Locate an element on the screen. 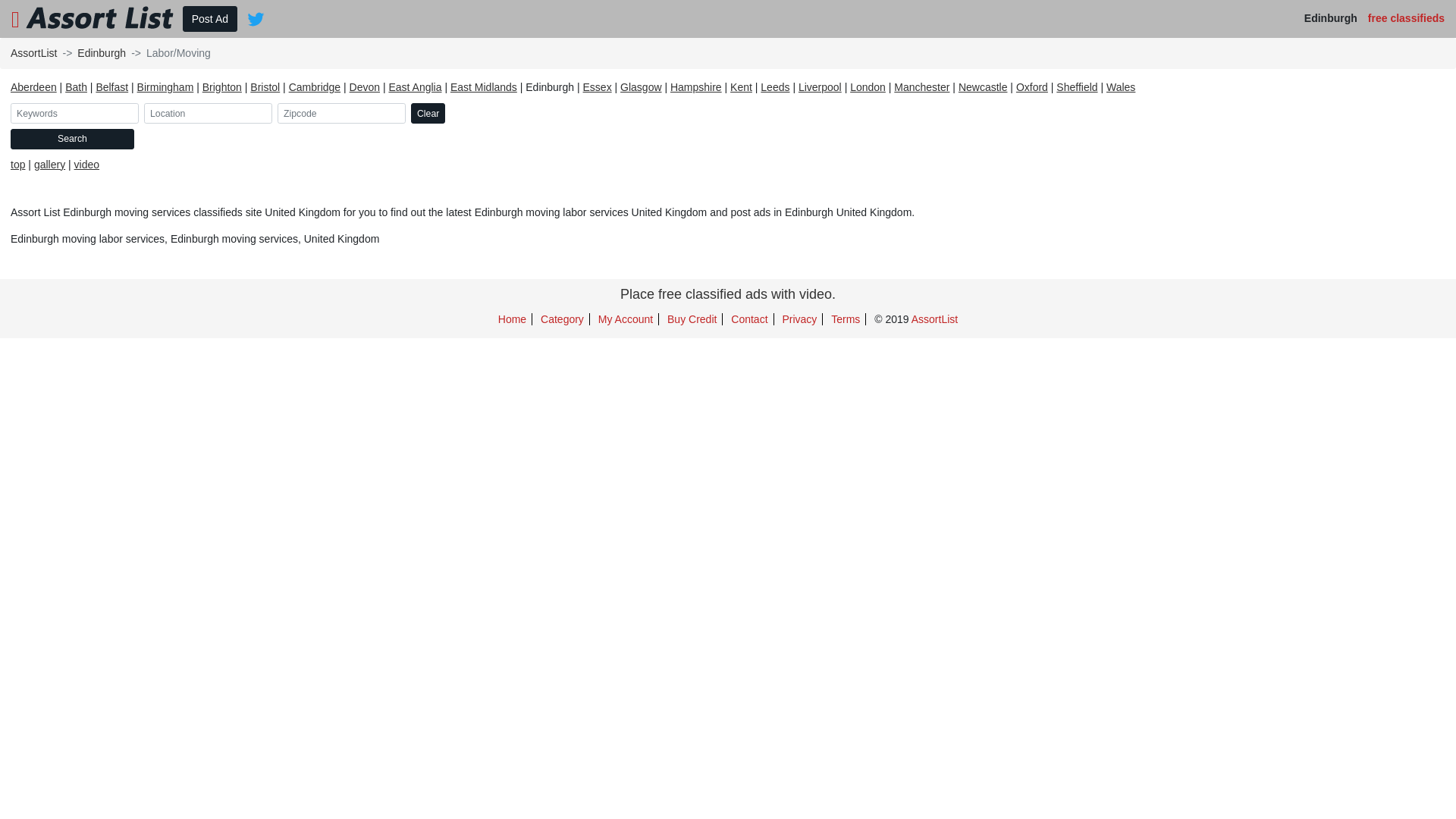  'Post Ad' is located at coordinates (209, 18).